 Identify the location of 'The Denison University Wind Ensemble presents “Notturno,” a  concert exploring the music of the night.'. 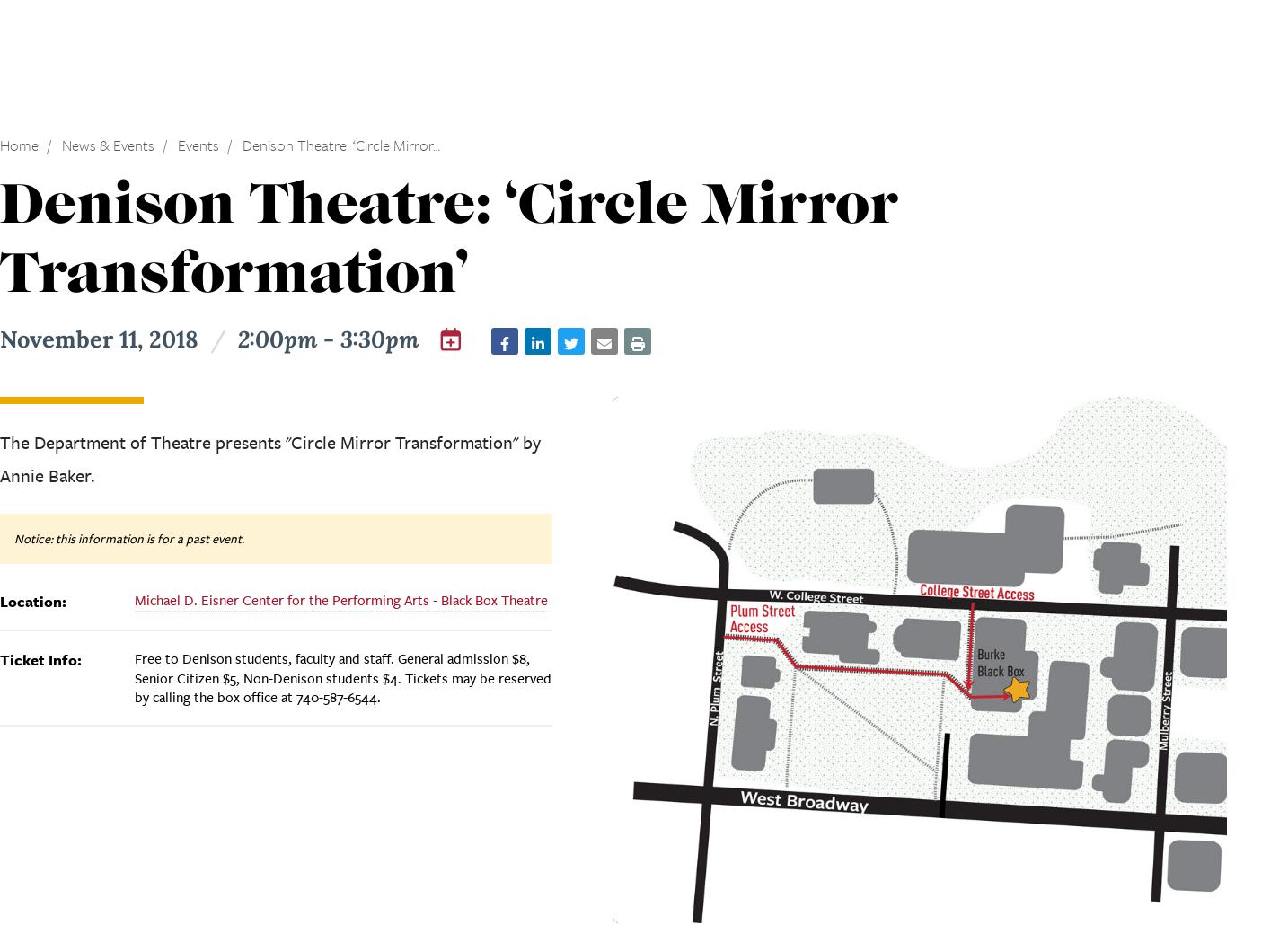
(336, 727).